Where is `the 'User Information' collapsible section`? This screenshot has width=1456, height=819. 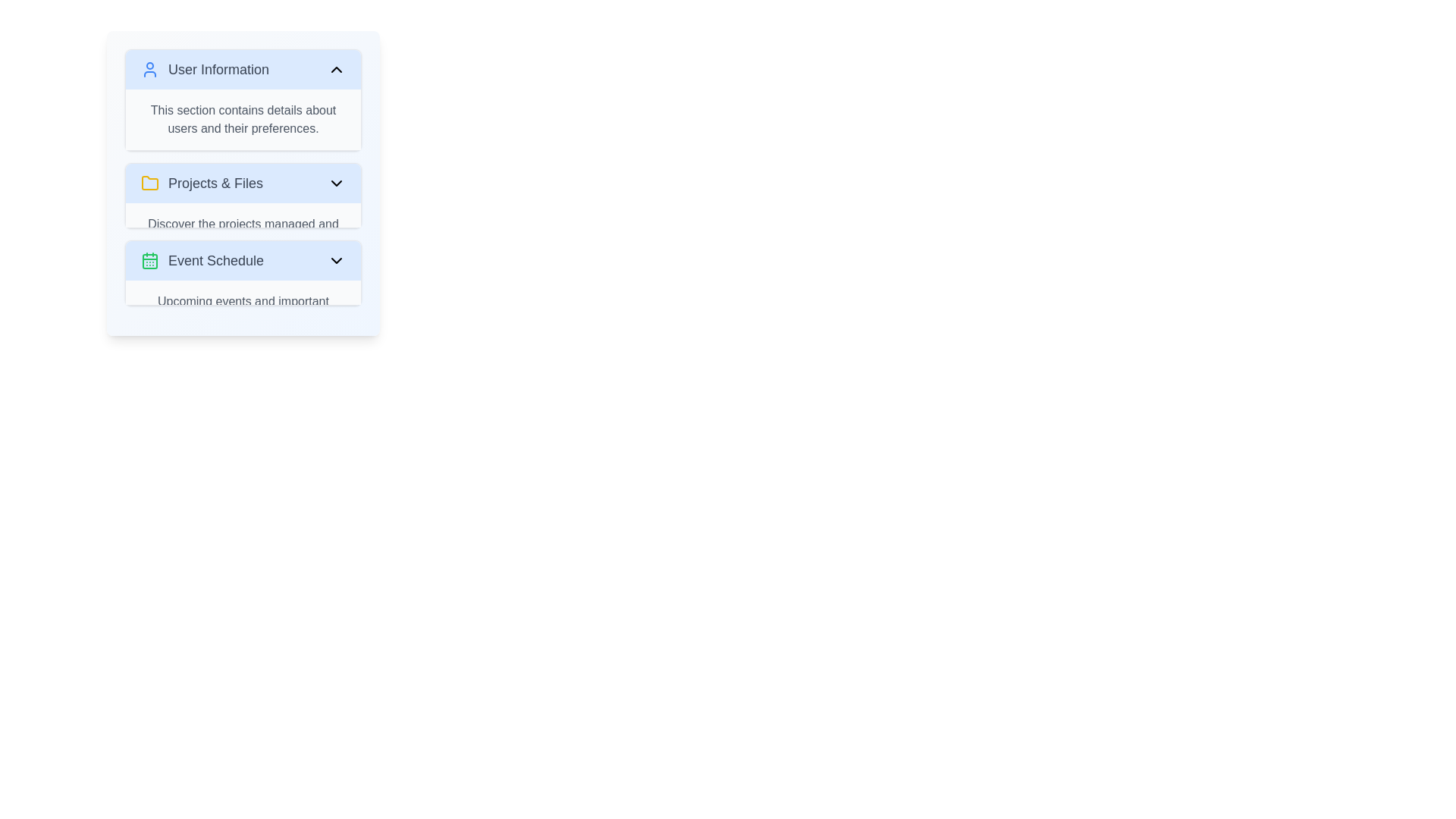 the 'User Information' collapsible section is located at coordinates (243, 99).